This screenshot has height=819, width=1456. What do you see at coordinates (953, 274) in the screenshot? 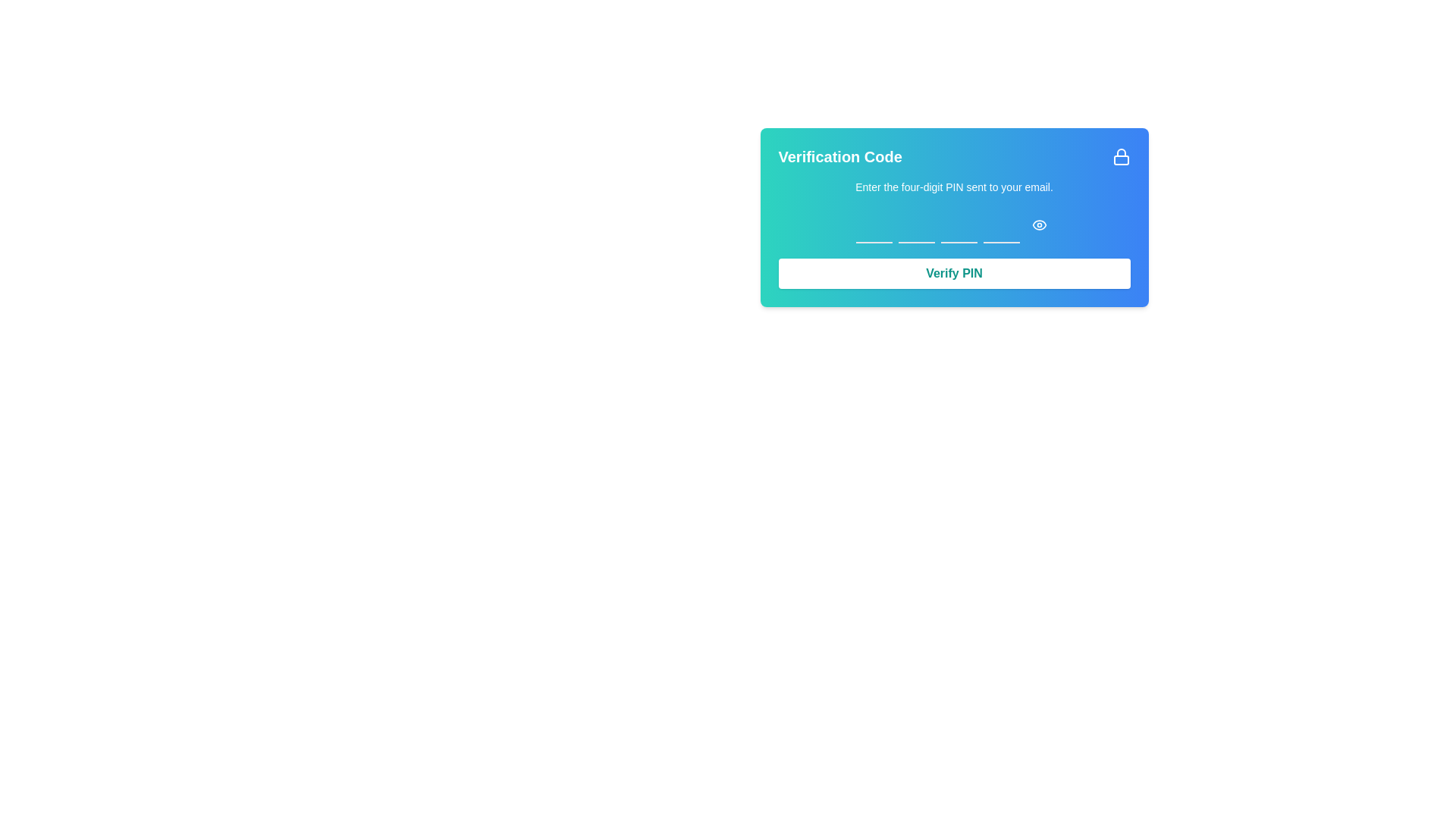
I see `the submit button for PIN verification located at the bottom of the card interface` at bounding box center [953, 274].